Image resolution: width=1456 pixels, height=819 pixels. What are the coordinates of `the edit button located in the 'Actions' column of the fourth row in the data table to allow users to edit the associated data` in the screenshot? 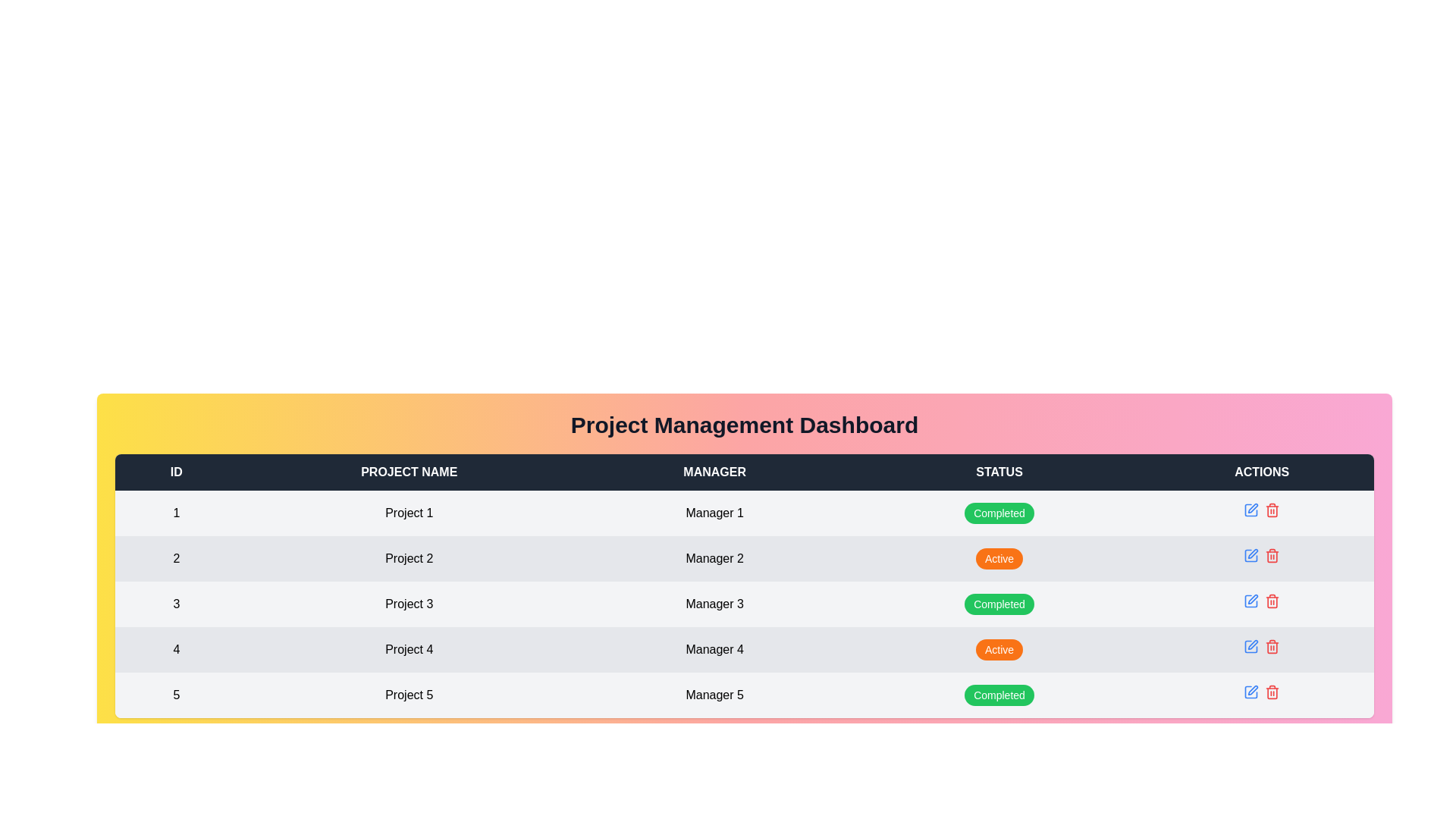 It's located at (1251, 646).